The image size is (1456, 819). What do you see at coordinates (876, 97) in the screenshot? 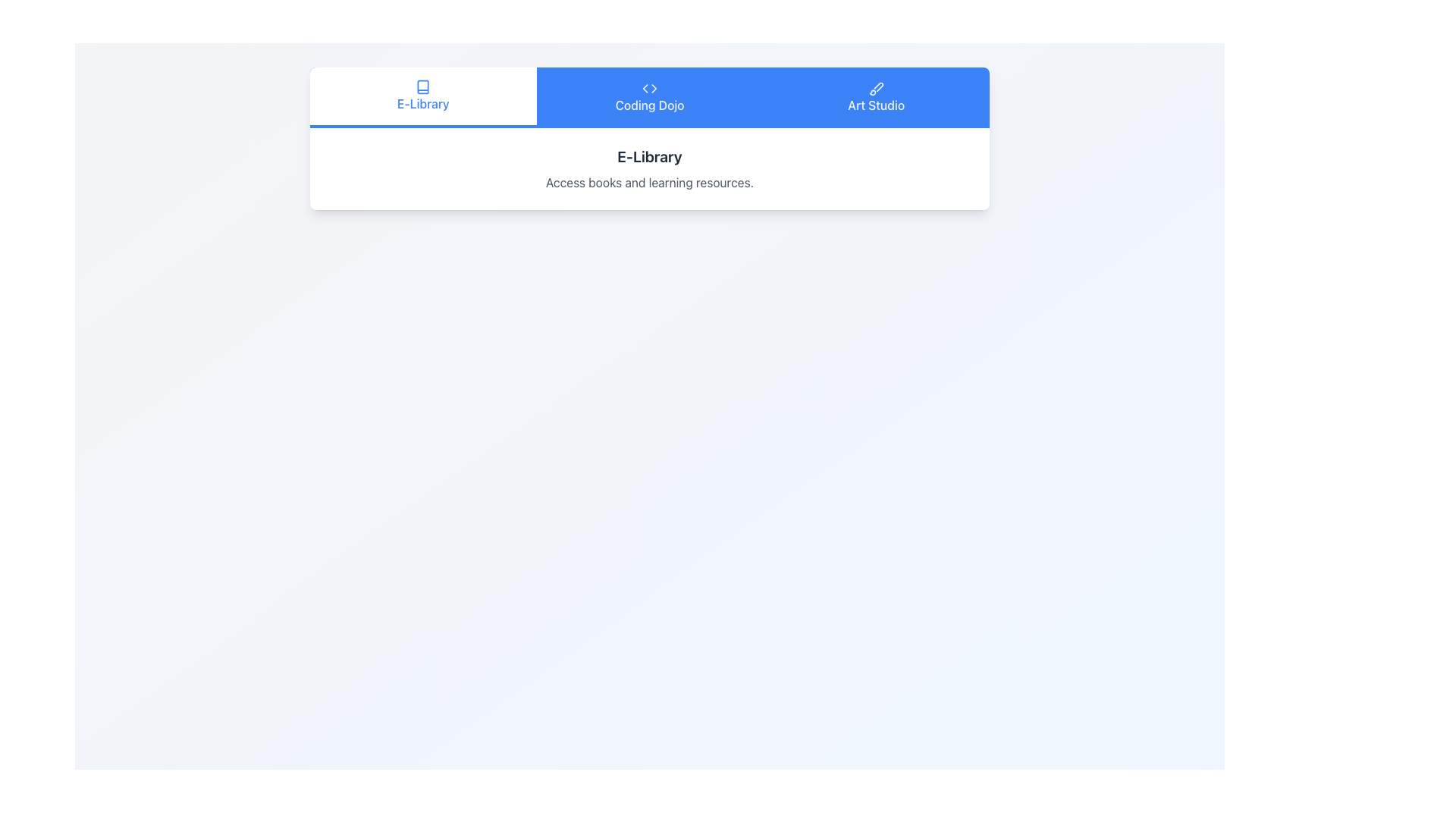
I see `the last menu item in the header, which leads to the 'Art Studio' section` at bounding box center [876, 97].